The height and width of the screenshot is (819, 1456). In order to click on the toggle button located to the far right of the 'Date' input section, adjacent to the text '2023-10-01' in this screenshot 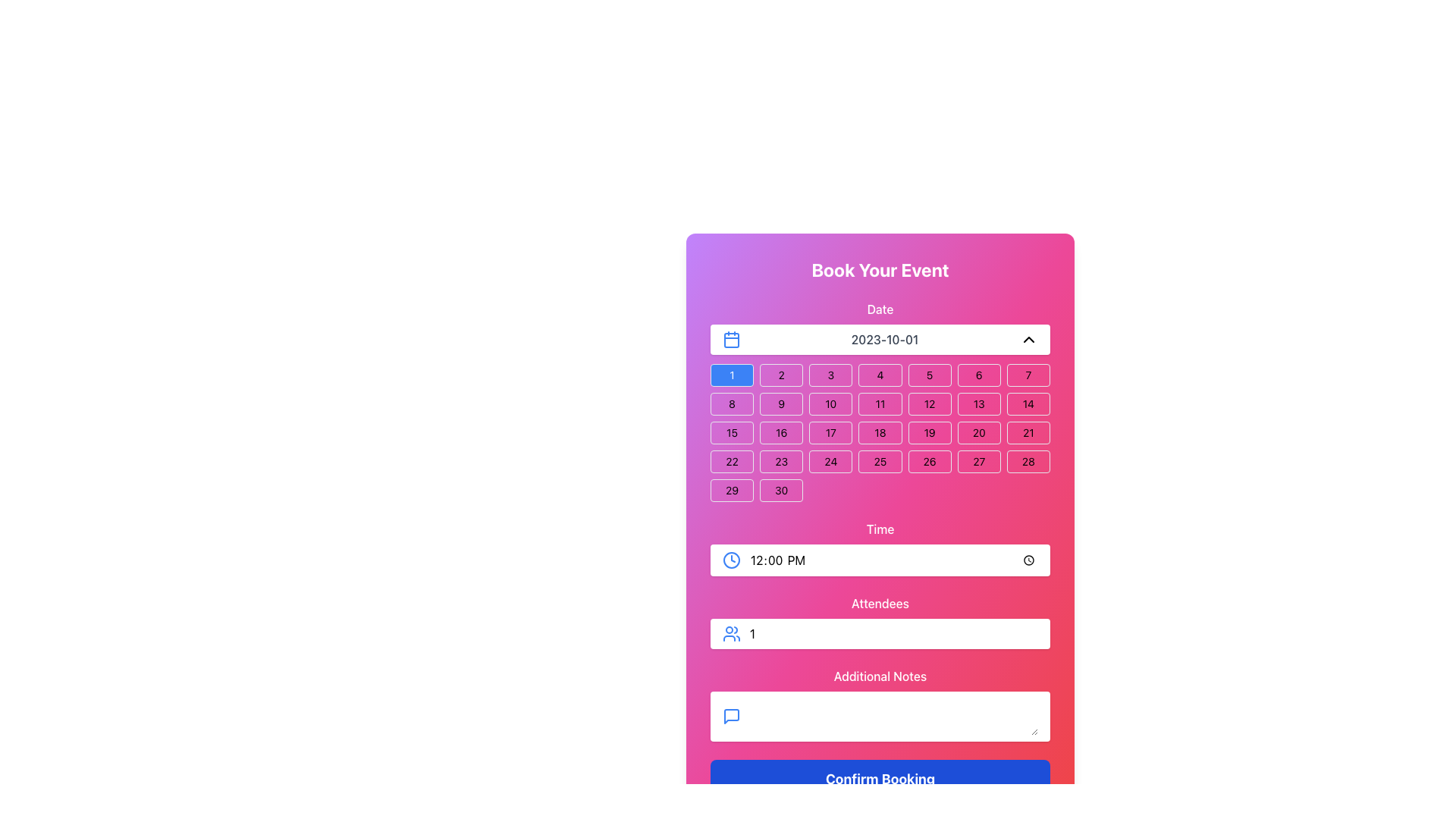, I will do `click(1029, 338)`.